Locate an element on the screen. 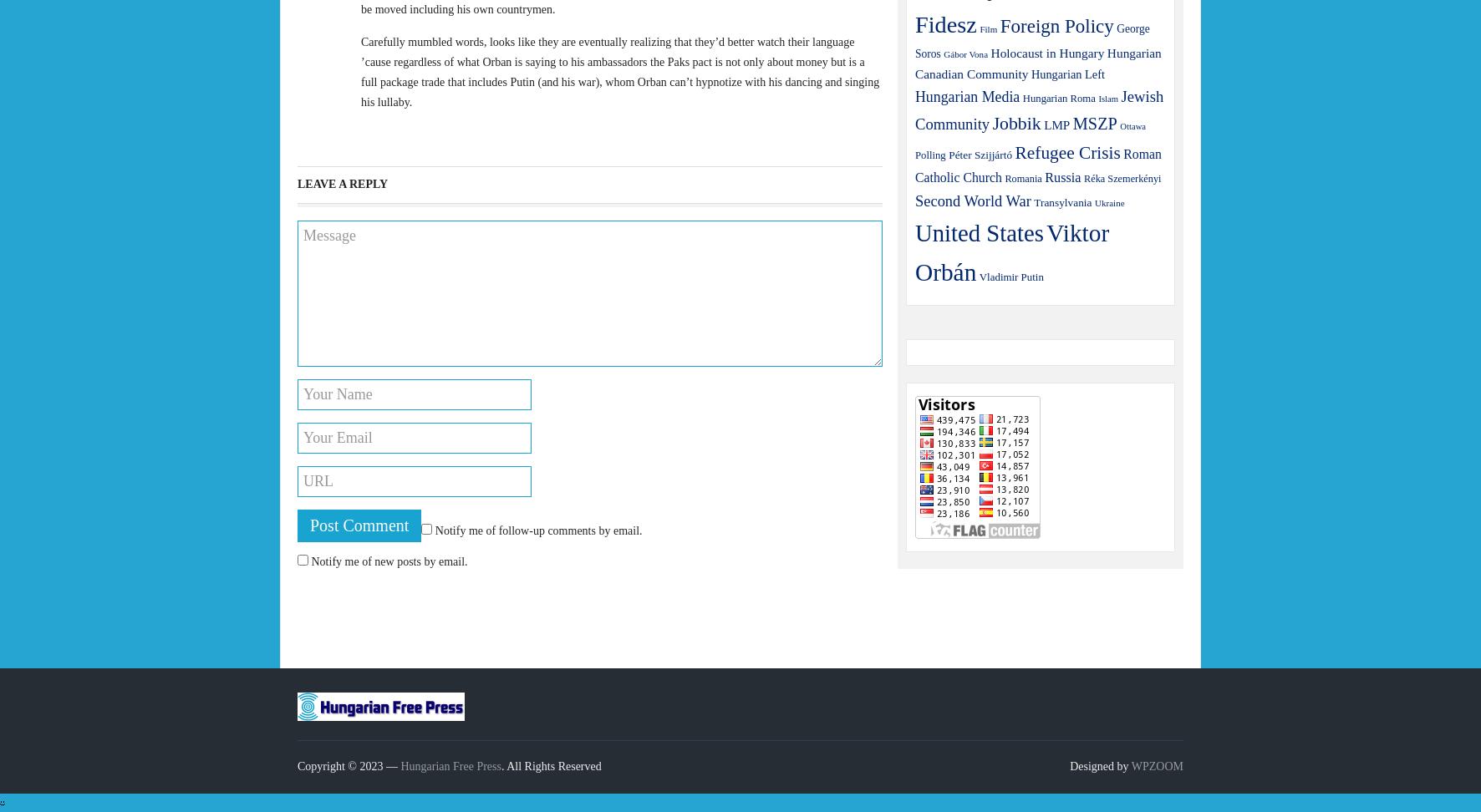 This screenshot has height=812, width=1481. 'Roman Catholic Church' is located at coordinates (1037, 164).